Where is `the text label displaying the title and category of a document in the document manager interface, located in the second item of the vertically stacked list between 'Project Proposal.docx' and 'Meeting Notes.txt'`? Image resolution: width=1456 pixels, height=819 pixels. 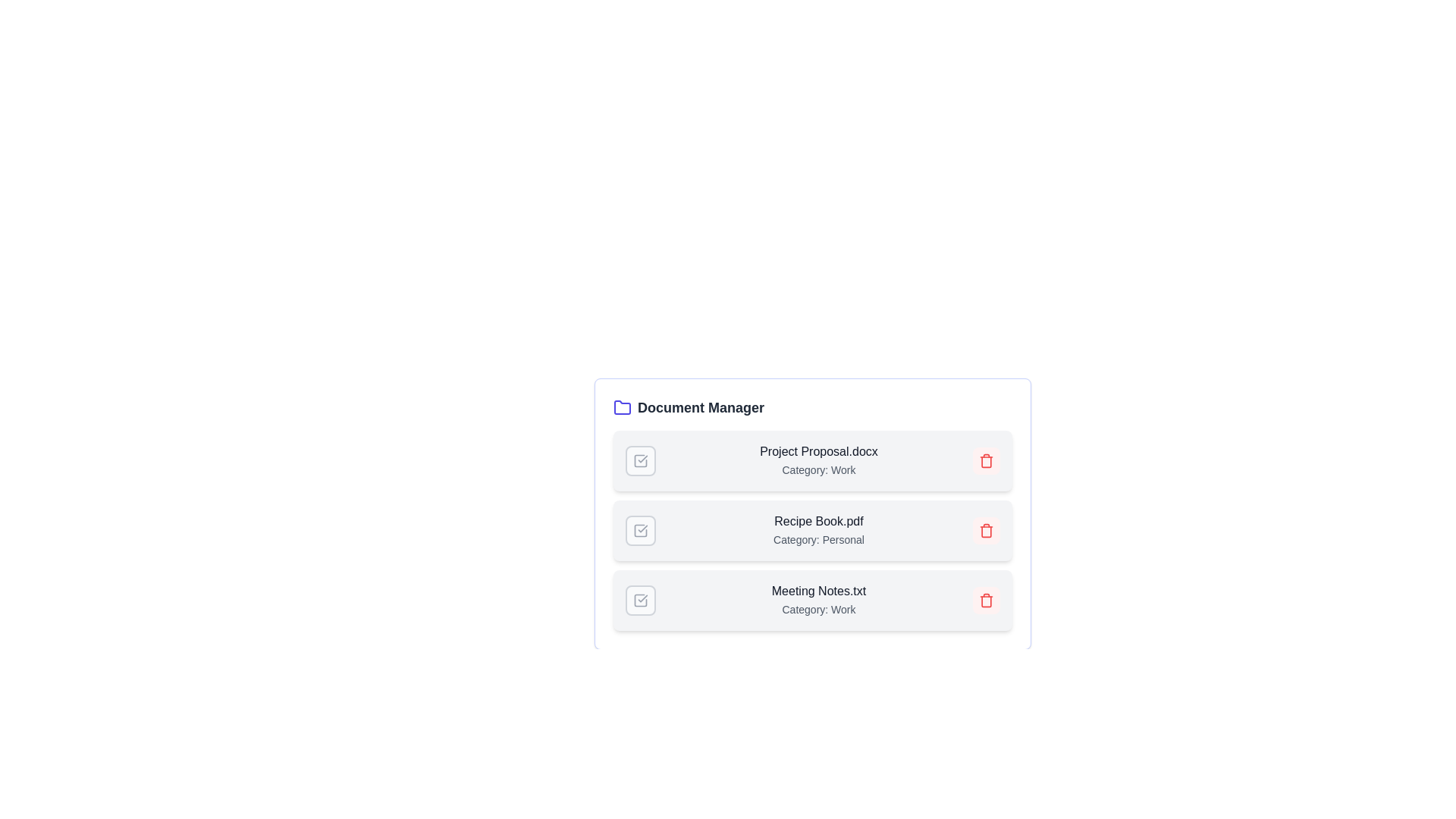 the text label displaying the title and category of a document in the document manager interface, located in the second item of the vertically stacked list between 'Project Proposal.docx' and 'Meeting Notes.txt' is located at coordinates (818, 529).